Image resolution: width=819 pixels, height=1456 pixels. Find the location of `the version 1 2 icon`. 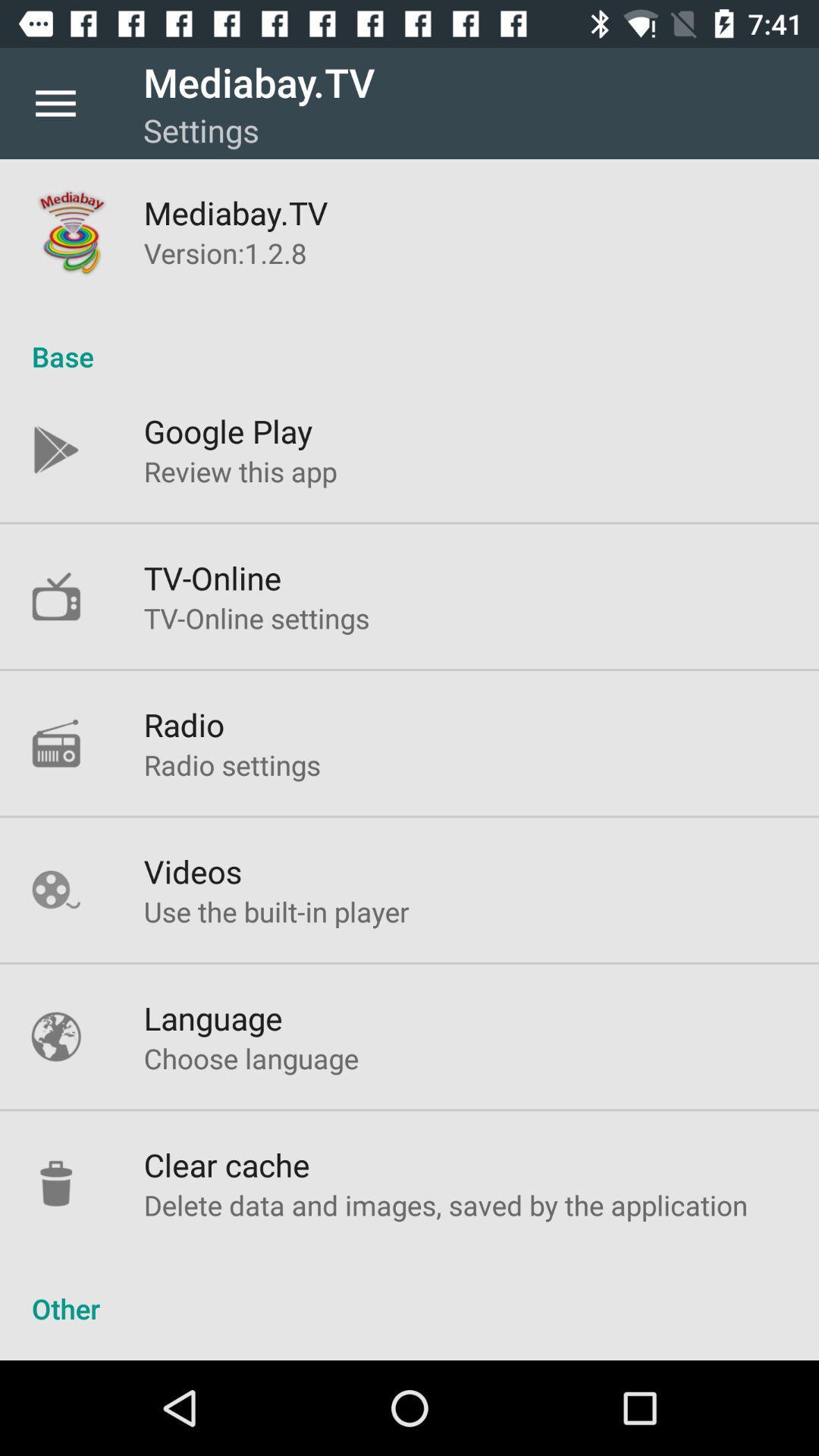

the version 1 2 icon is located at coordinates (225, 253).